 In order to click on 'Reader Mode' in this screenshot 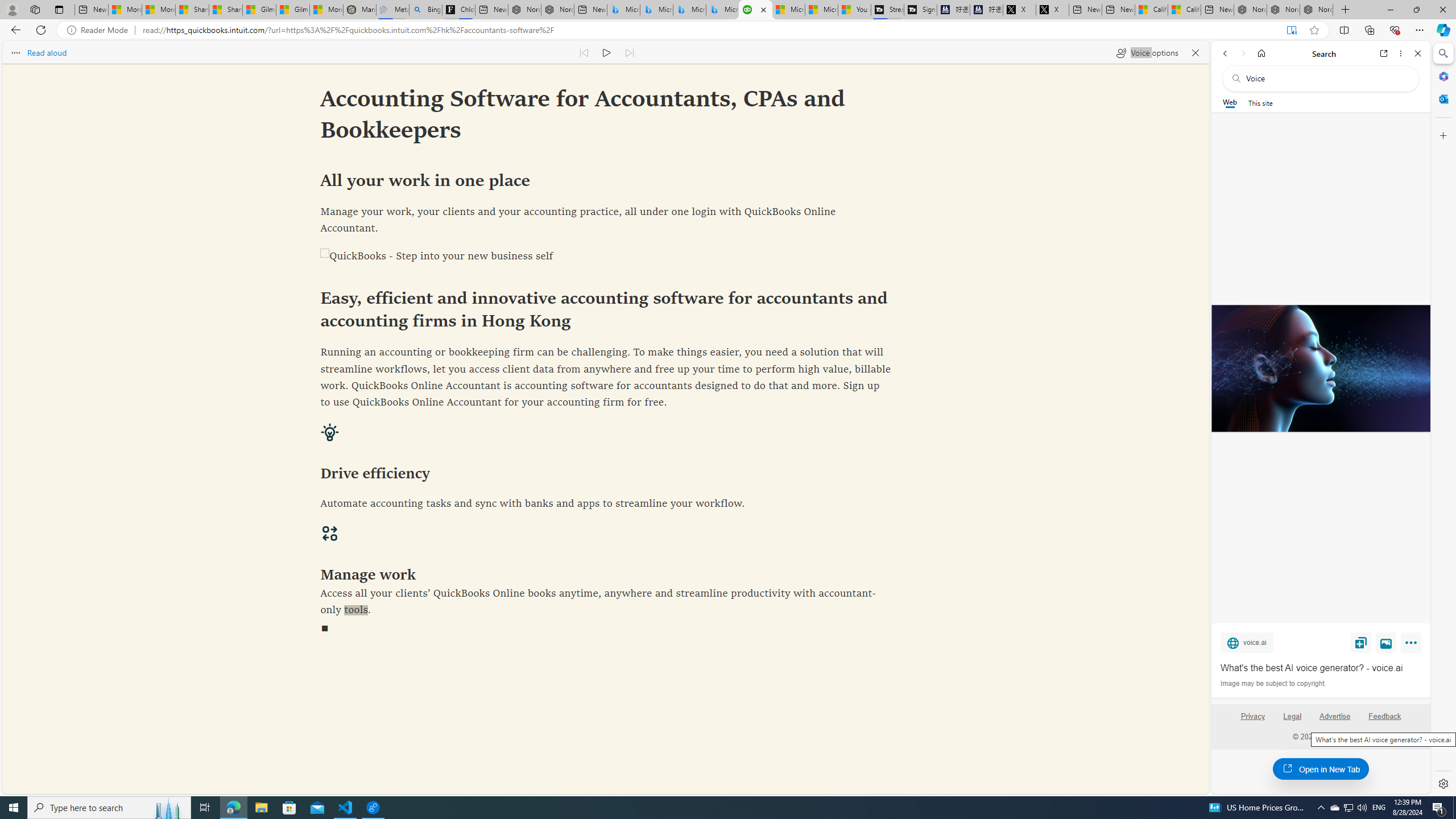, I will do `click(100, 30)`.